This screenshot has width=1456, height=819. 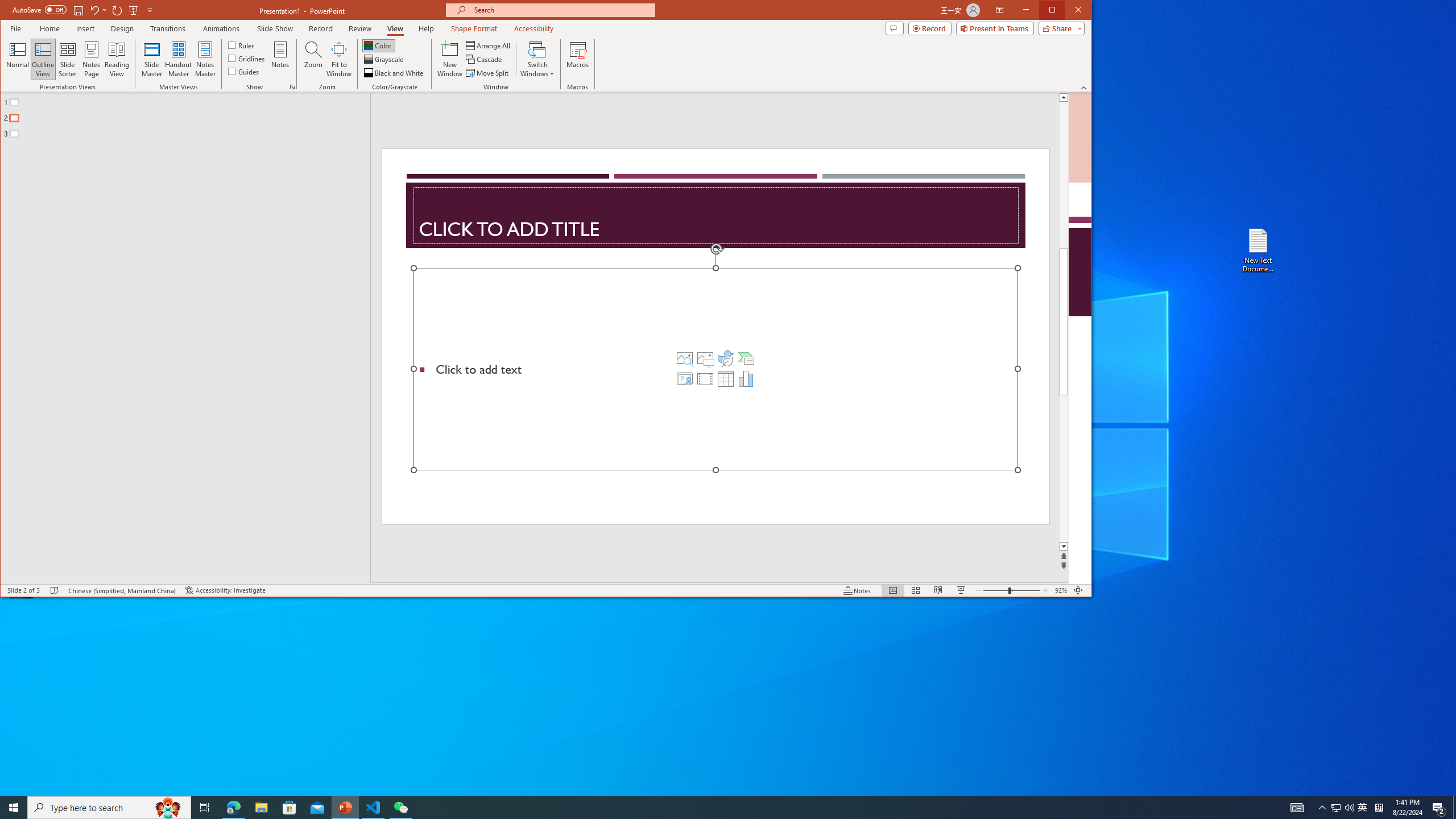 What do you see at coordinates (151, 59) in the screenshot?
I see `'Slide Master'` at bounding box center [151, 59].